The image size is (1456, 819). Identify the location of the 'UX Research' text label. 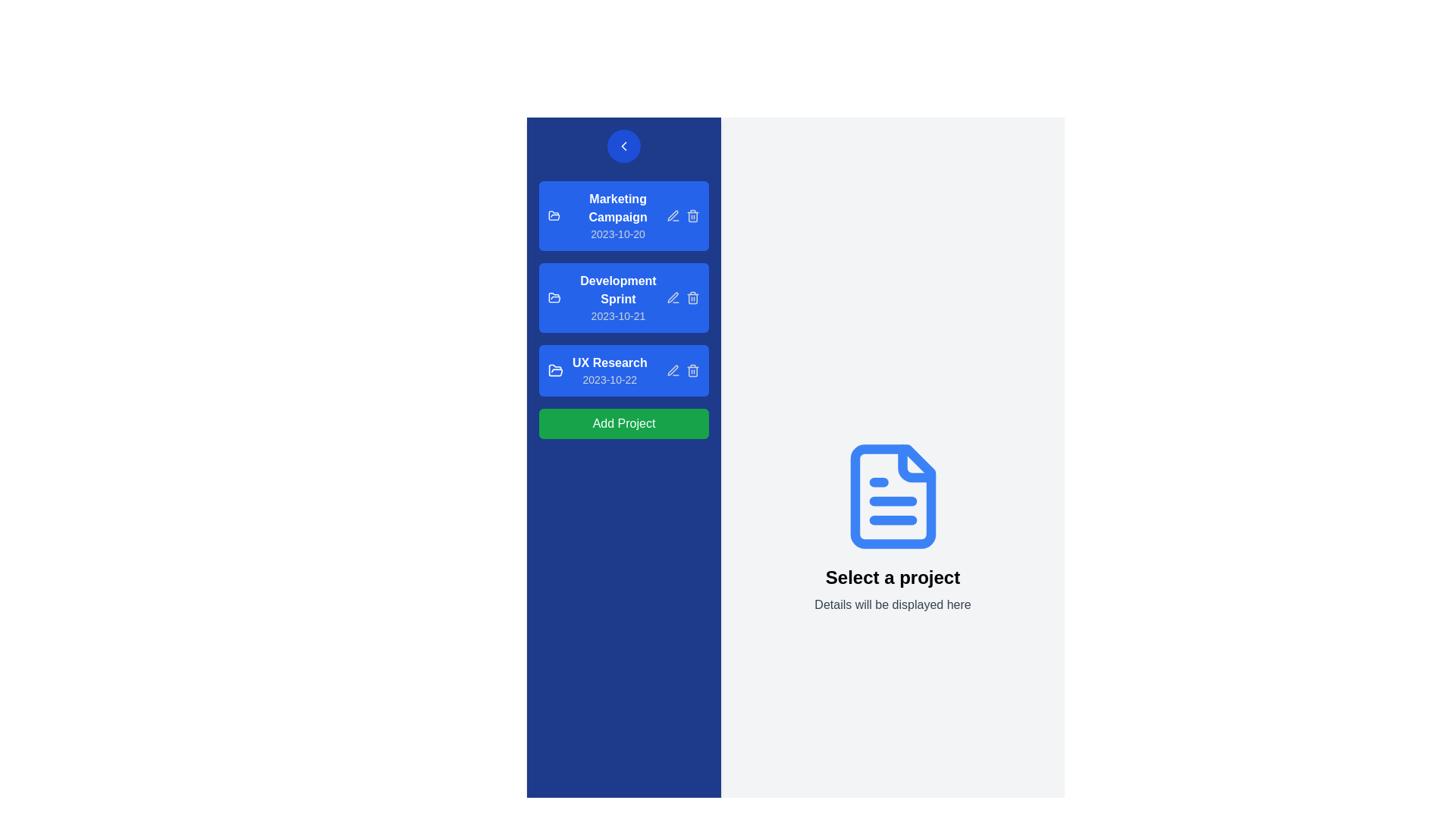
(610, 362).